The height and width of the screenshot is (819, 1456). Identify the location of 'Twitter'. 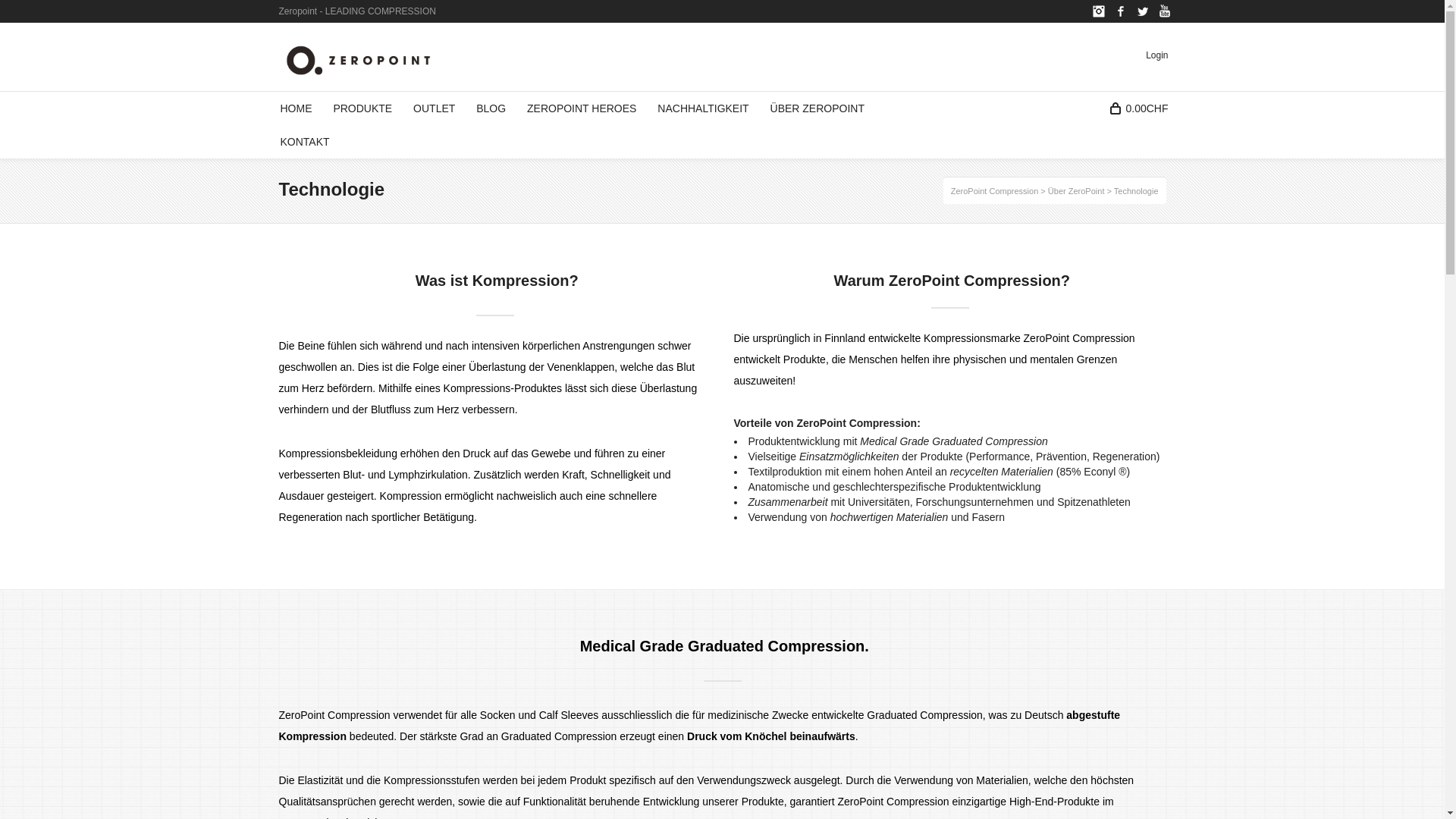
(1142, 11).